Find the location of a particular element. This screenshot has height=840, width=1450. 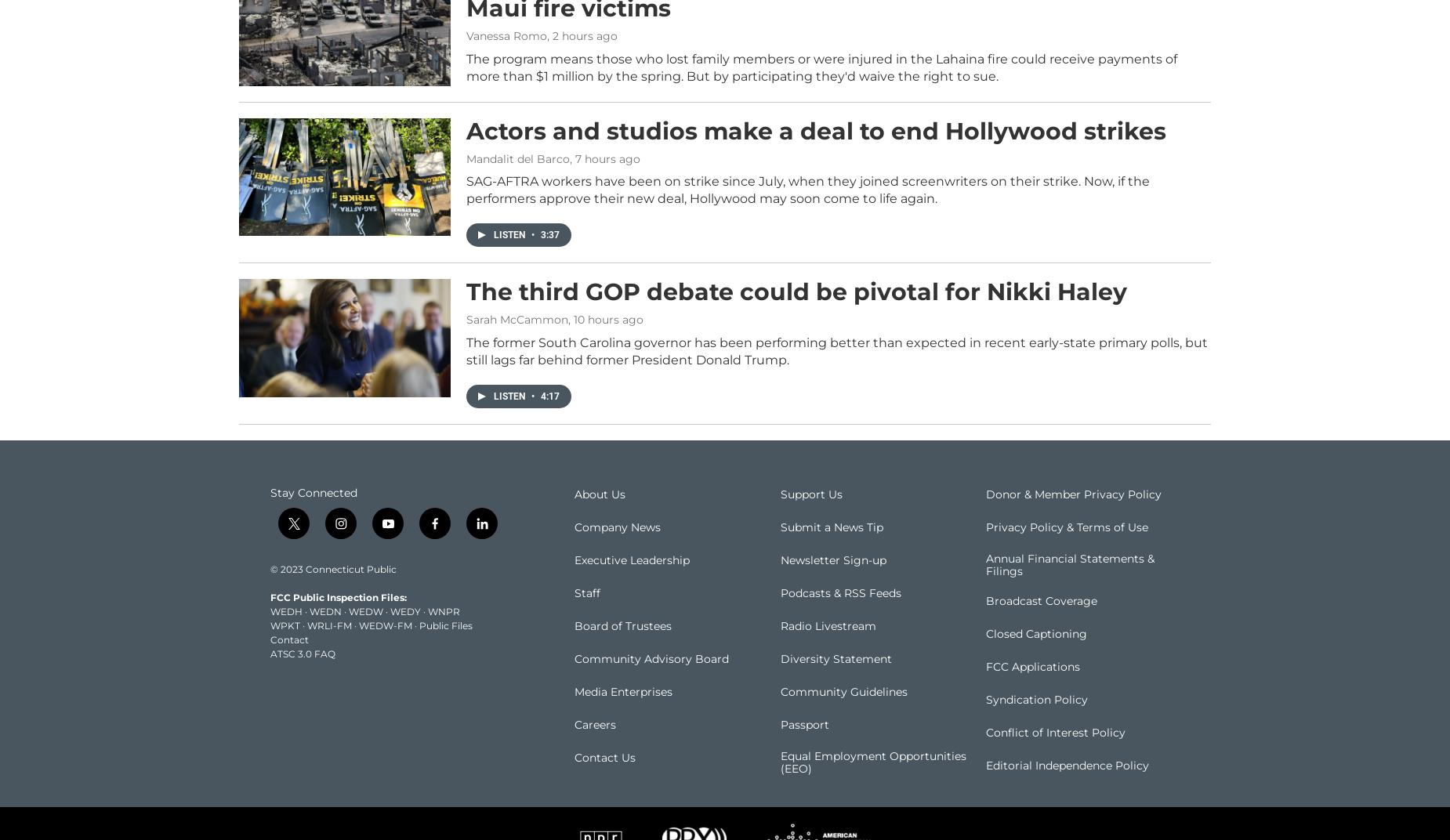

'Equal Employment Opportunities (EEO)' is located at coordinates (778, 784).